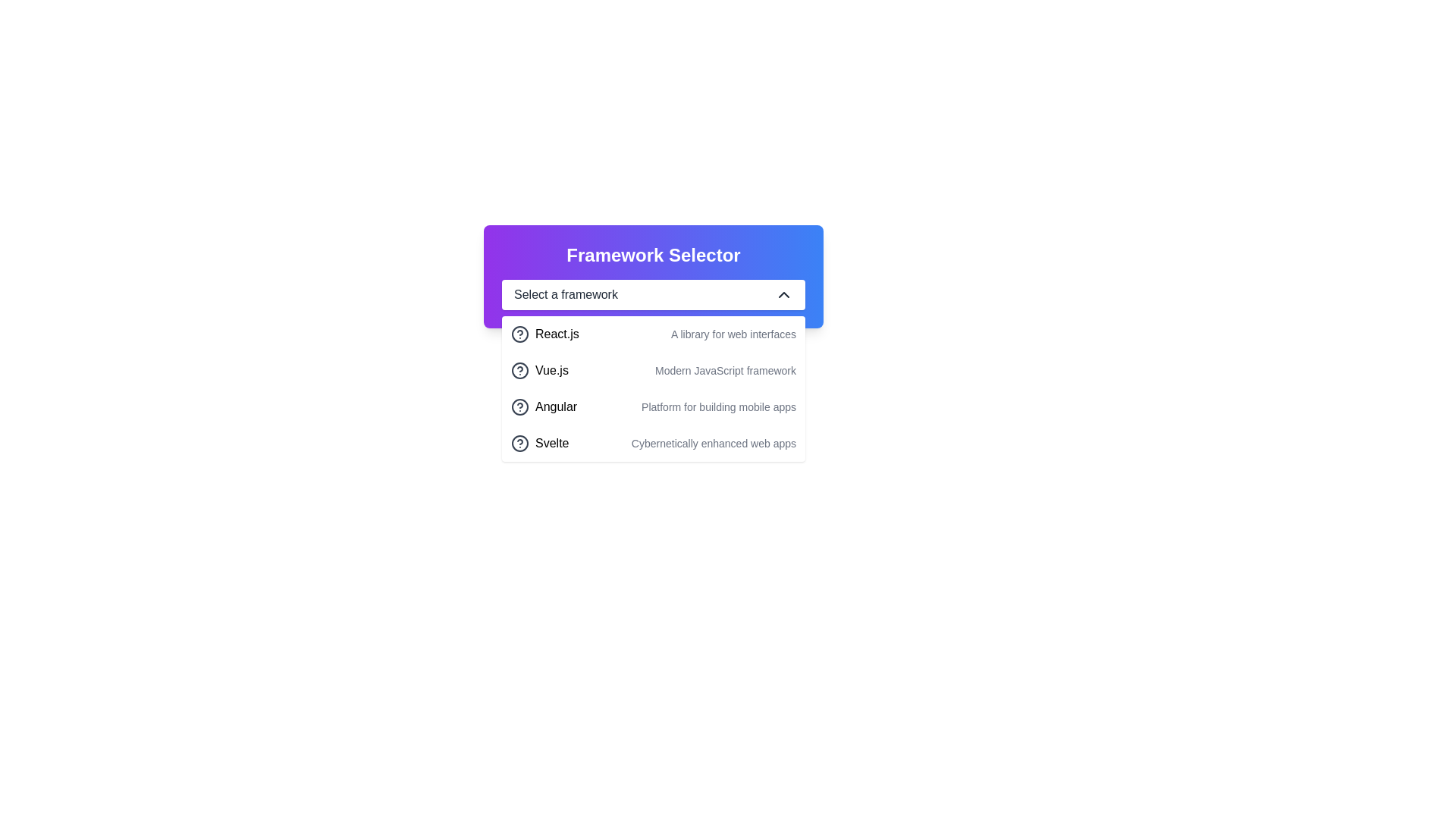 The image size is (1456, 819). What do you see at coordinates (520, 333) in the screenshot?
I see `the circular help icon with a question mark symbol located to the left of the 'React.js' text in the 'Framework Selector' dropdown` at bounding box center [520, 333].